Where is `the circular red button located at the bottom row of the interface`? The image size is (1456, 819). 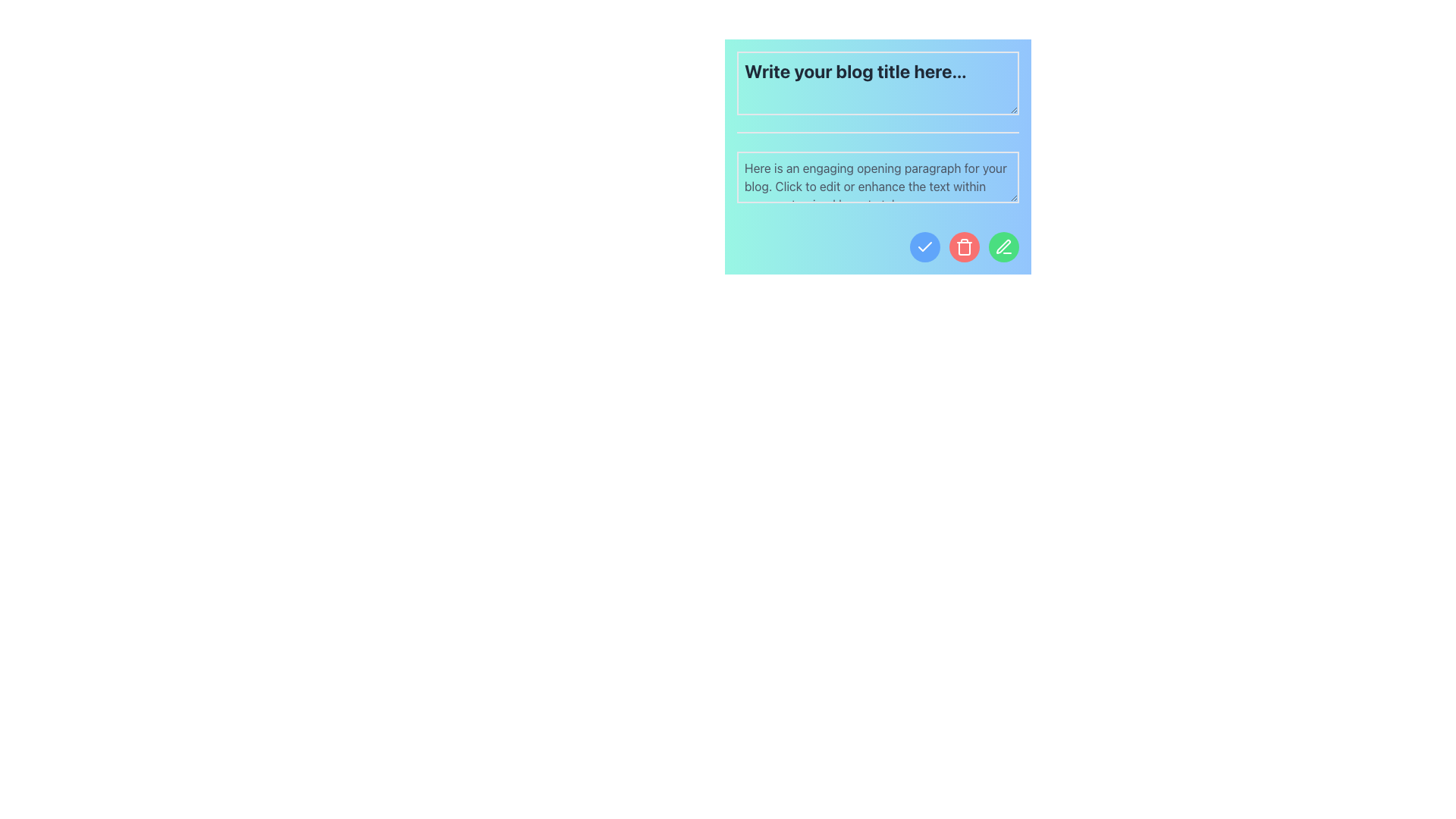 the circular red button located at the bottom row of the interface is located at coordinates (964, 246).